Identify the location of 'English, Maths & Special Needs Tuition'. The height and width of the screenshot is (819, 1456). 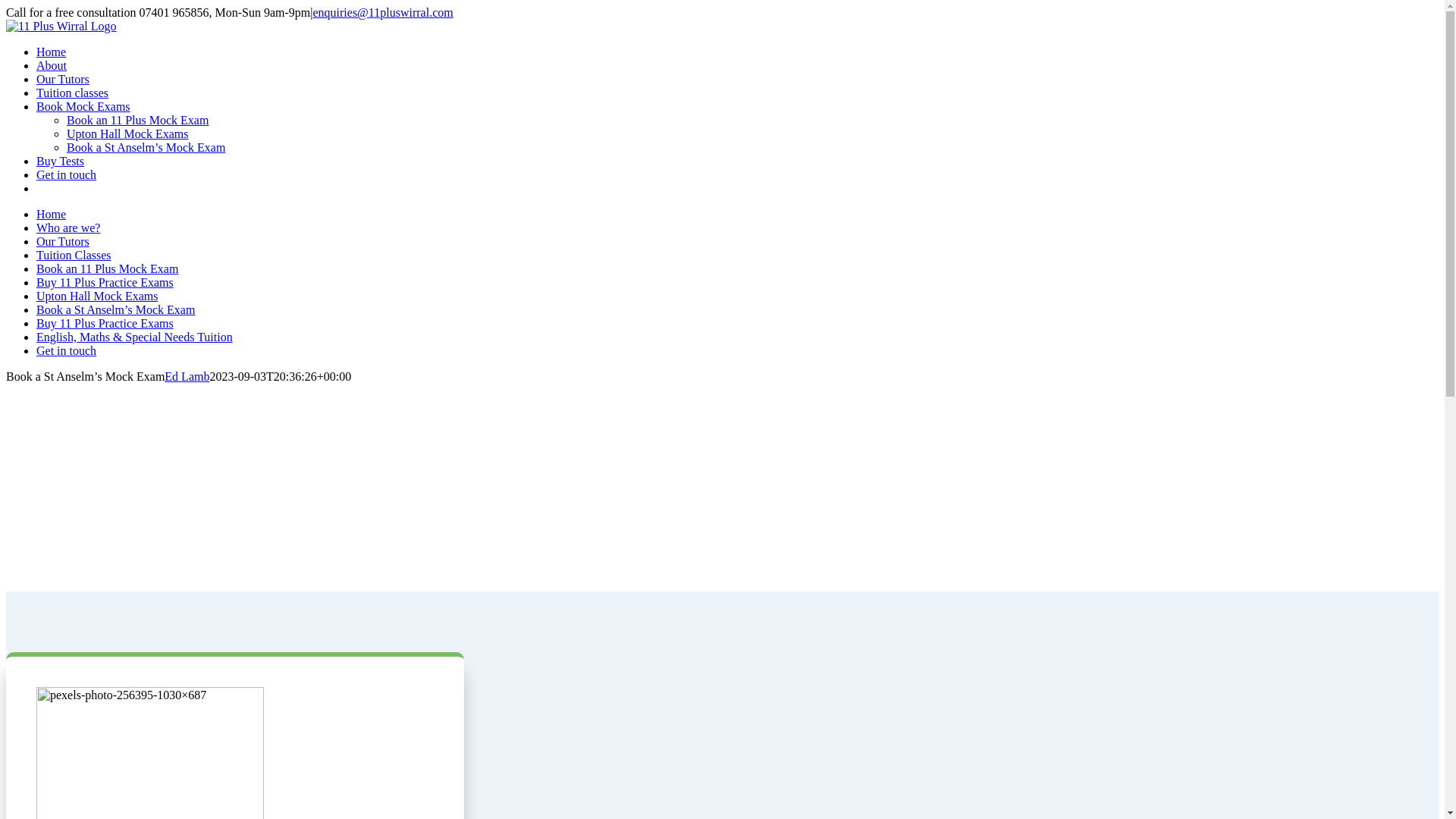
(134, 336).